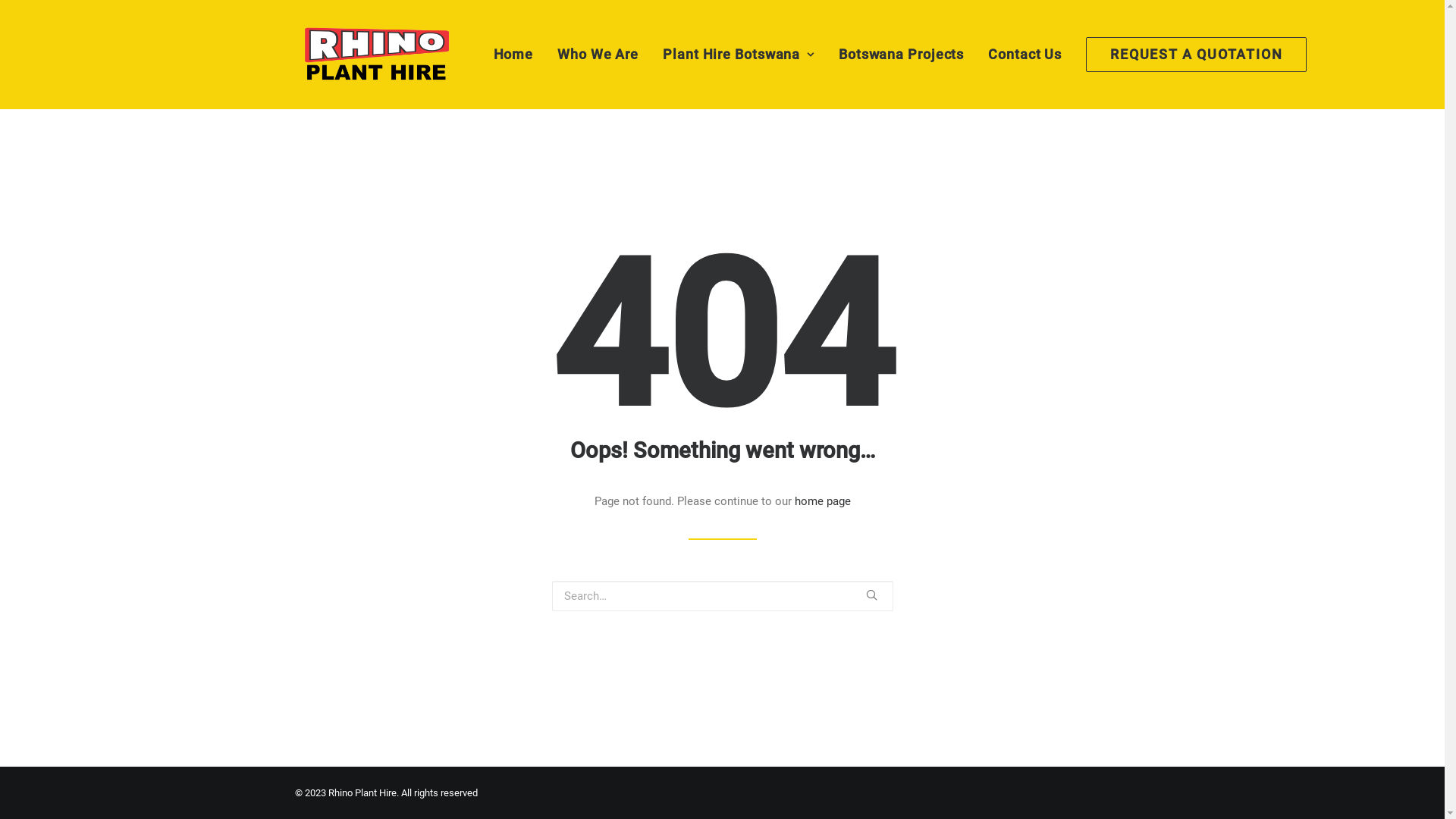 Image resolution: width=1456 pixels, height=819 pixels. Describe the element at coordinates (821, 500) in the screenshot. I see `'home page'` at that location.